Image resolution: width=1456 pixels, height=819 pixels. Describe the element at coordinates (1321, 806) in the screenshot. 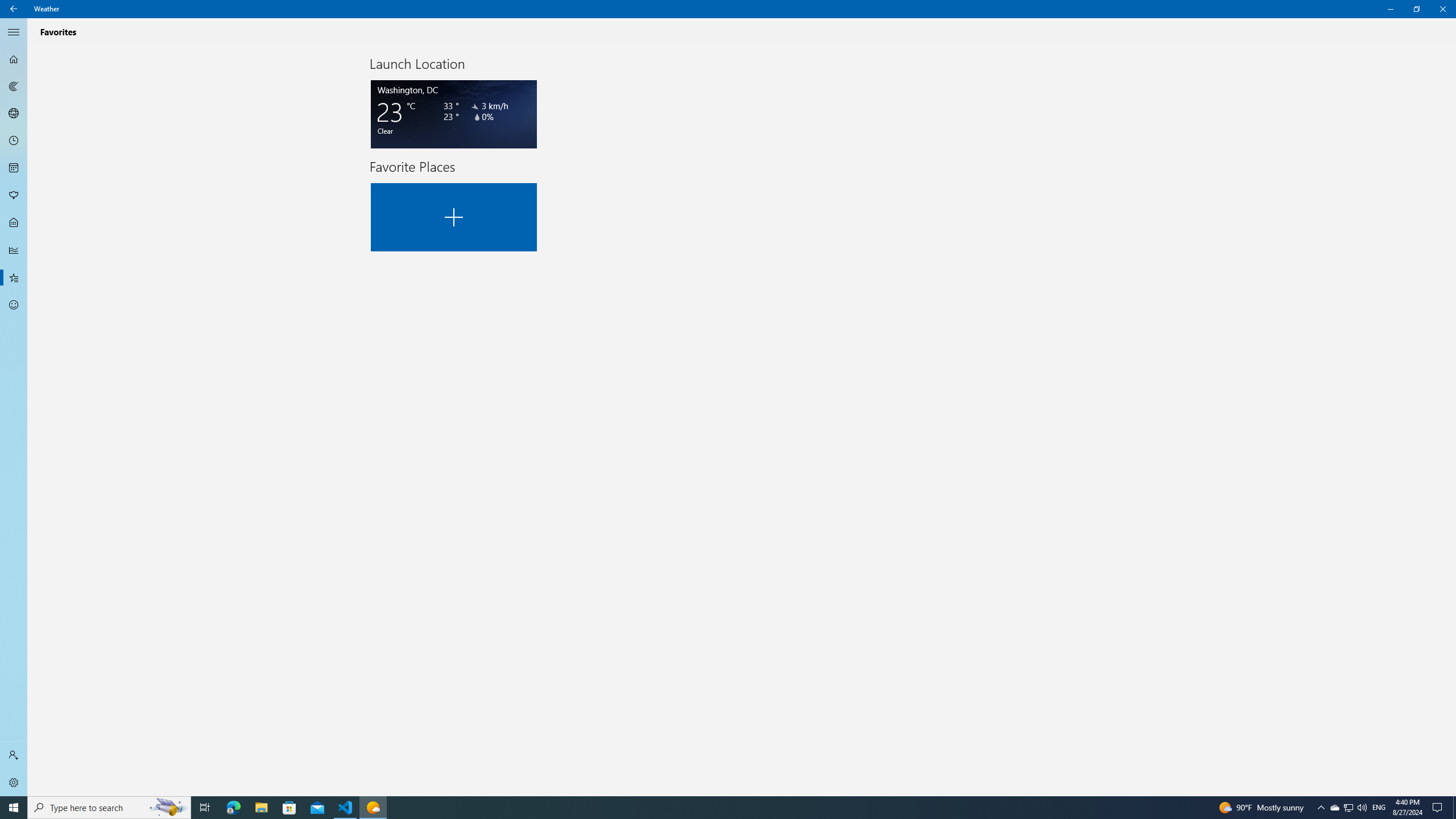

I see `'Notification Chevron'` at that location.